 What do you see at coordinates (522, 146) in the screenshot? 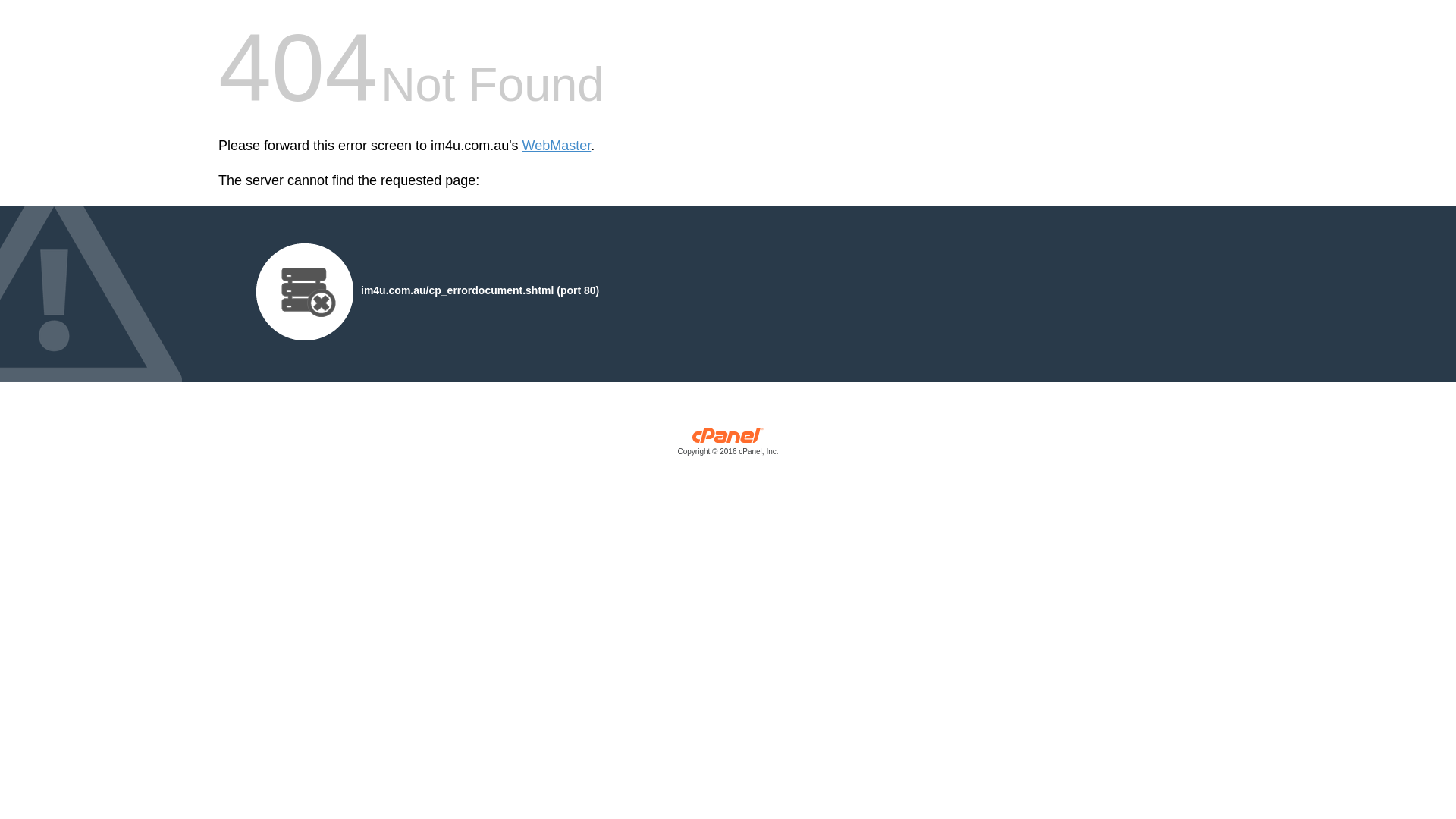
I see `'WebMaster'` at bounding box center [522, 146].